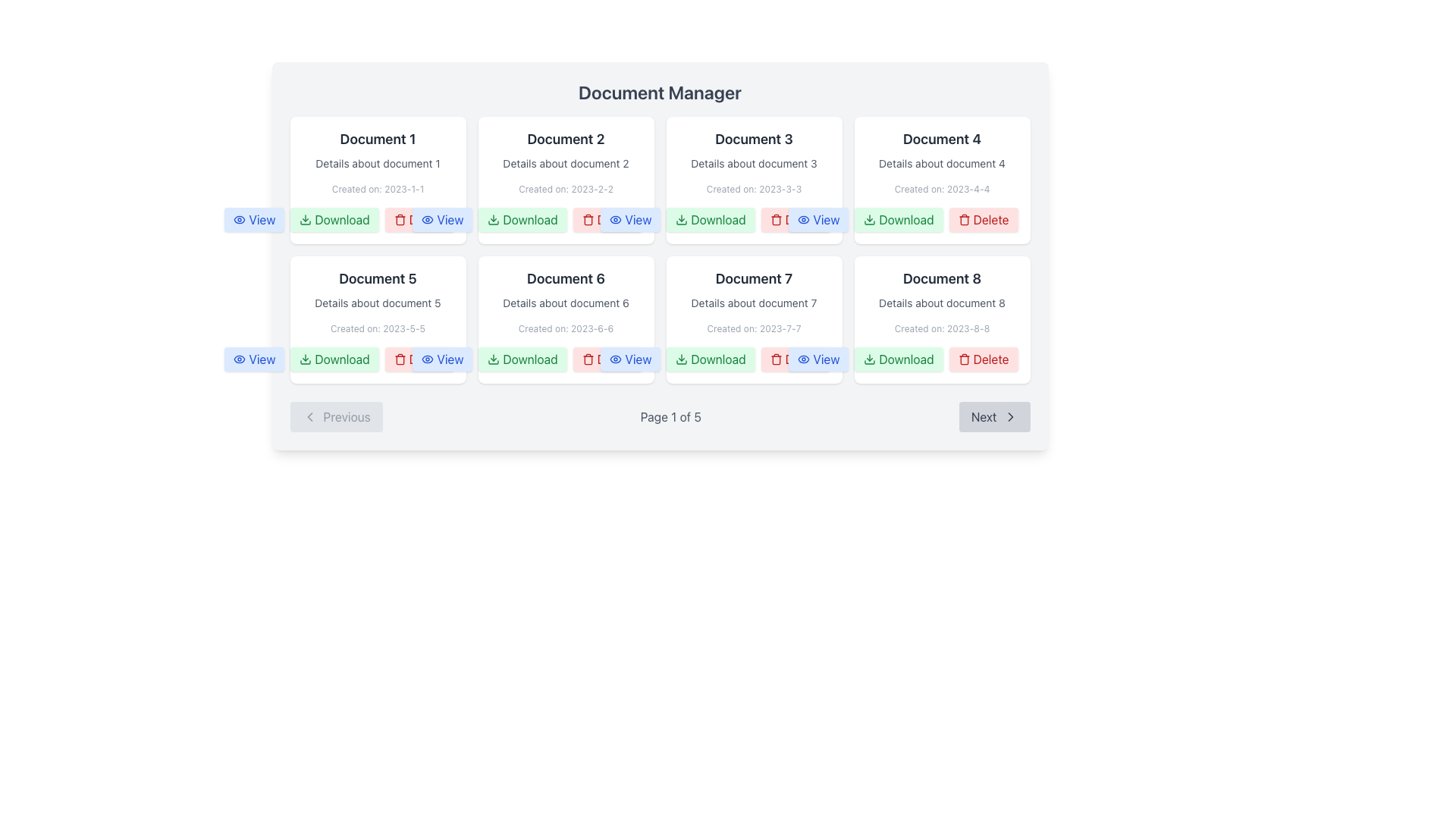  Describe the element at coordinates (565, 164) in the screenshot. I see `the text label that provides additional descriptive information about the document, positioned between the title 'Document 2' and the date 'Created on: 2023-2-2' in the second card of a grid layout` at that location.